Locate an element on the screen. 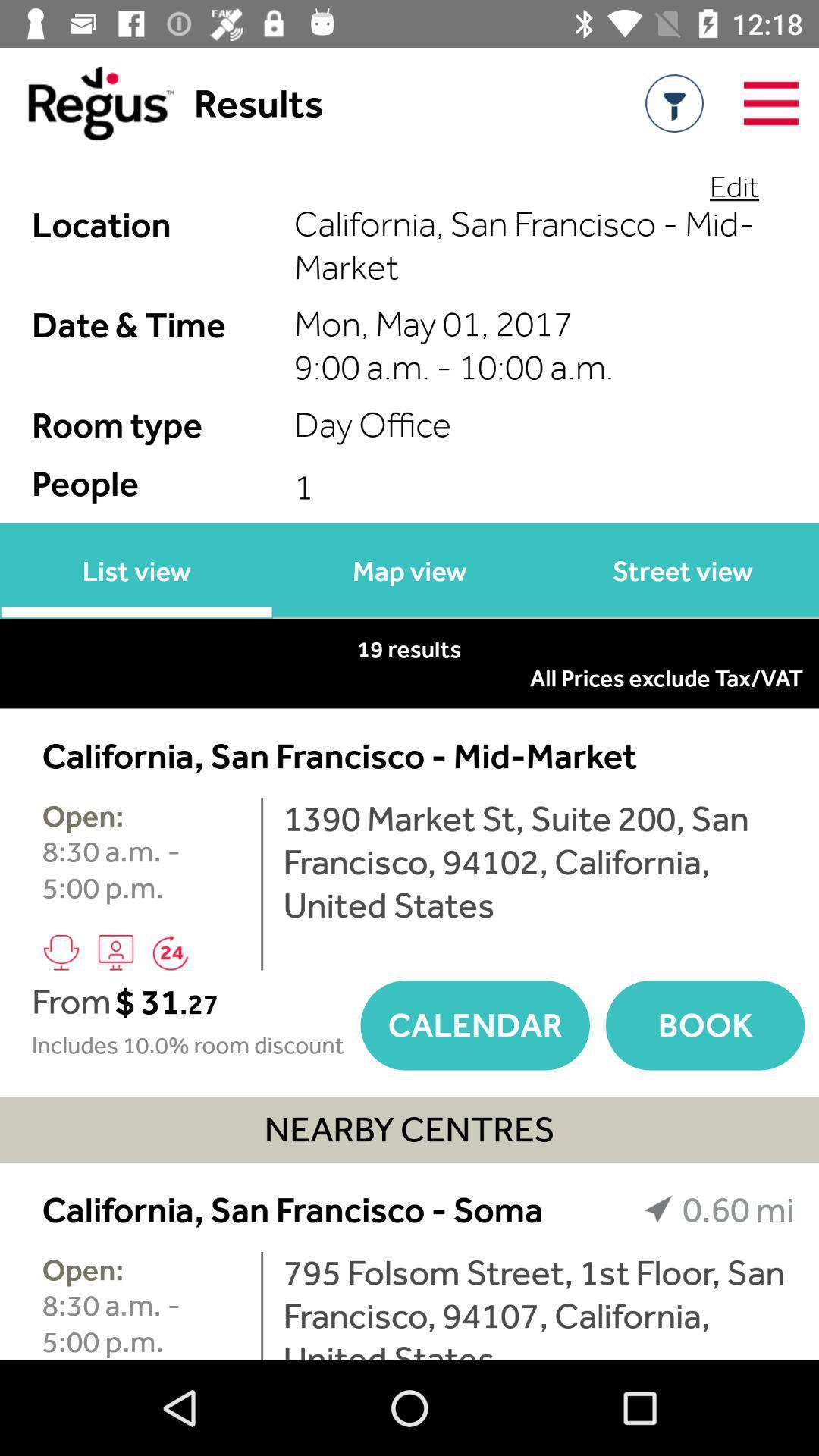 Image resolution: width=819 pixels, height=1456 pixels. icon to the left of the 795 folsom street is located at coordinates (261, 1305).